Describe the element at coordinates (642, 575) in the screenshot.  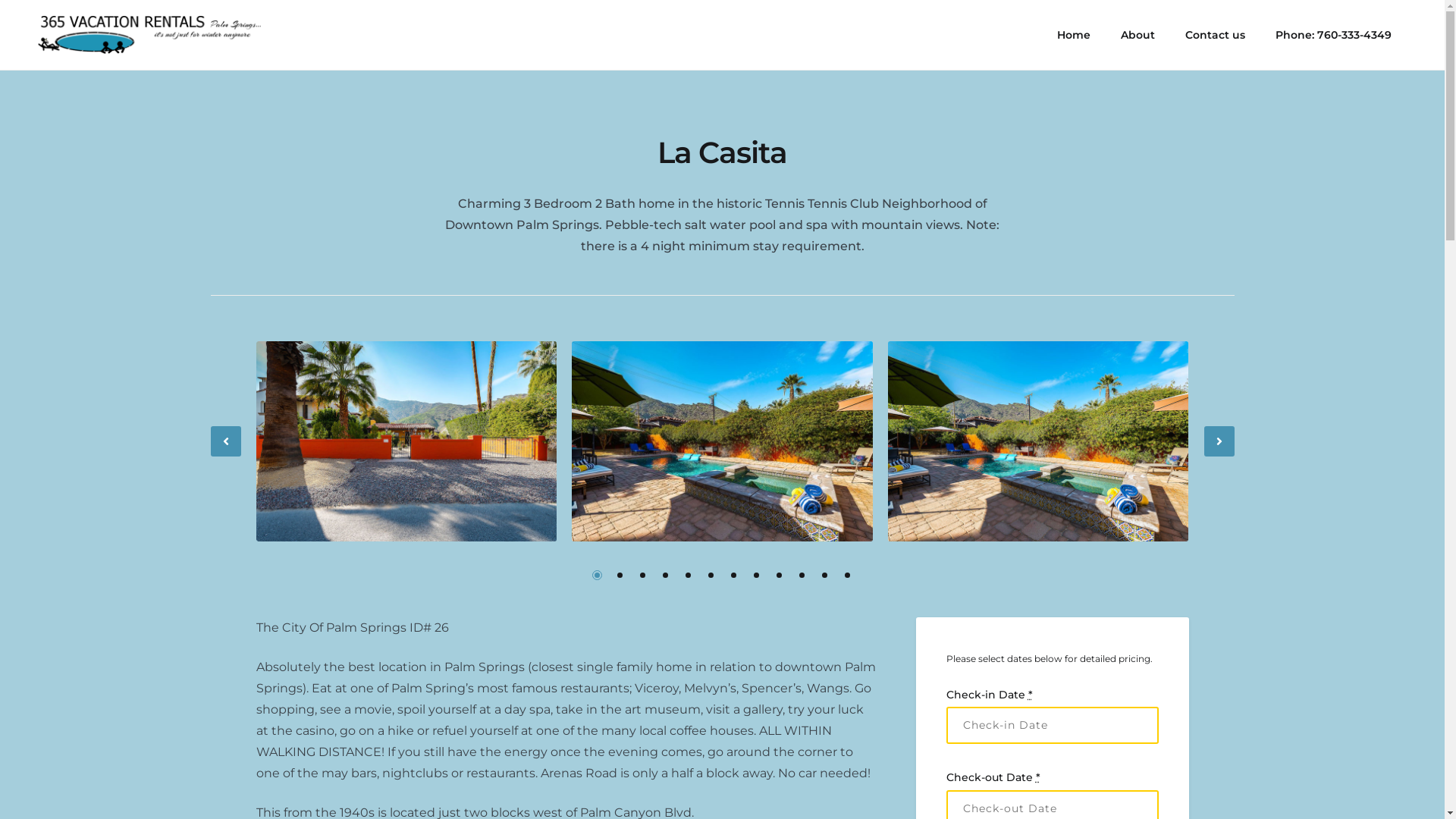
I see `'3'` at that location.